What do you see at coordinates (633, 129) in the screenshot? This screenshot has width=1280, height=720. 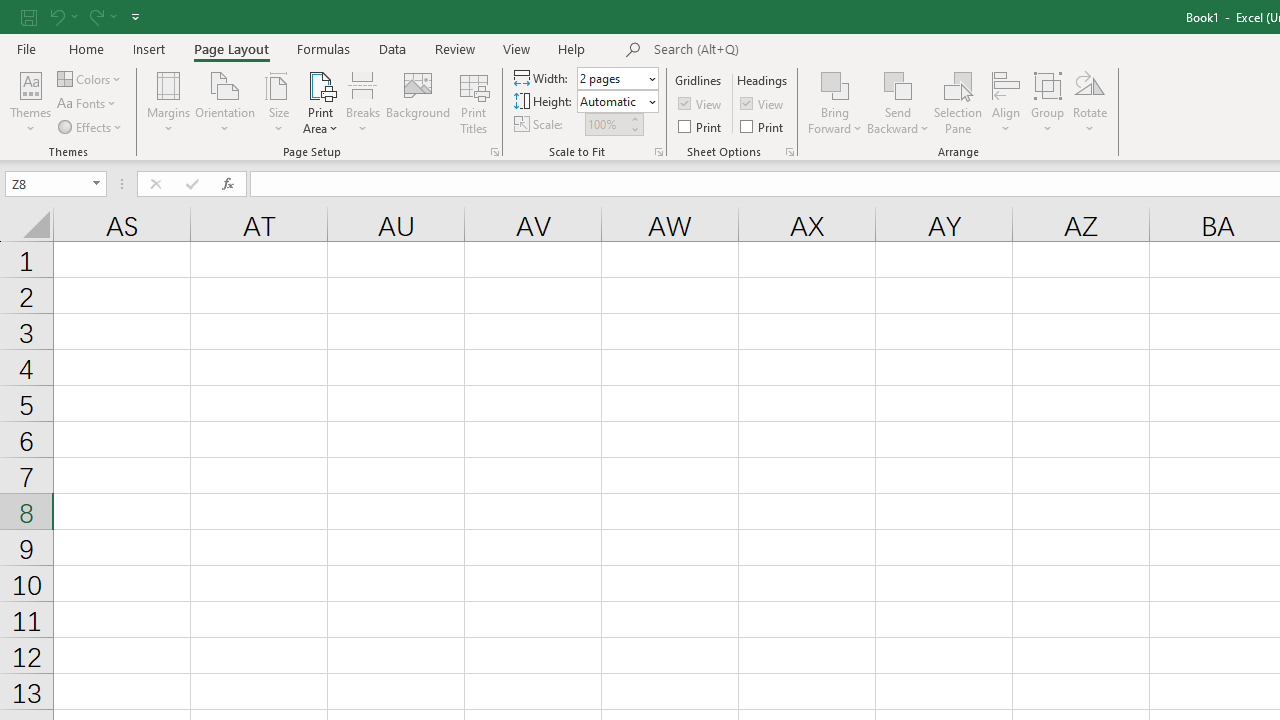 I see `'Less'` at bounding box center [633, 129].